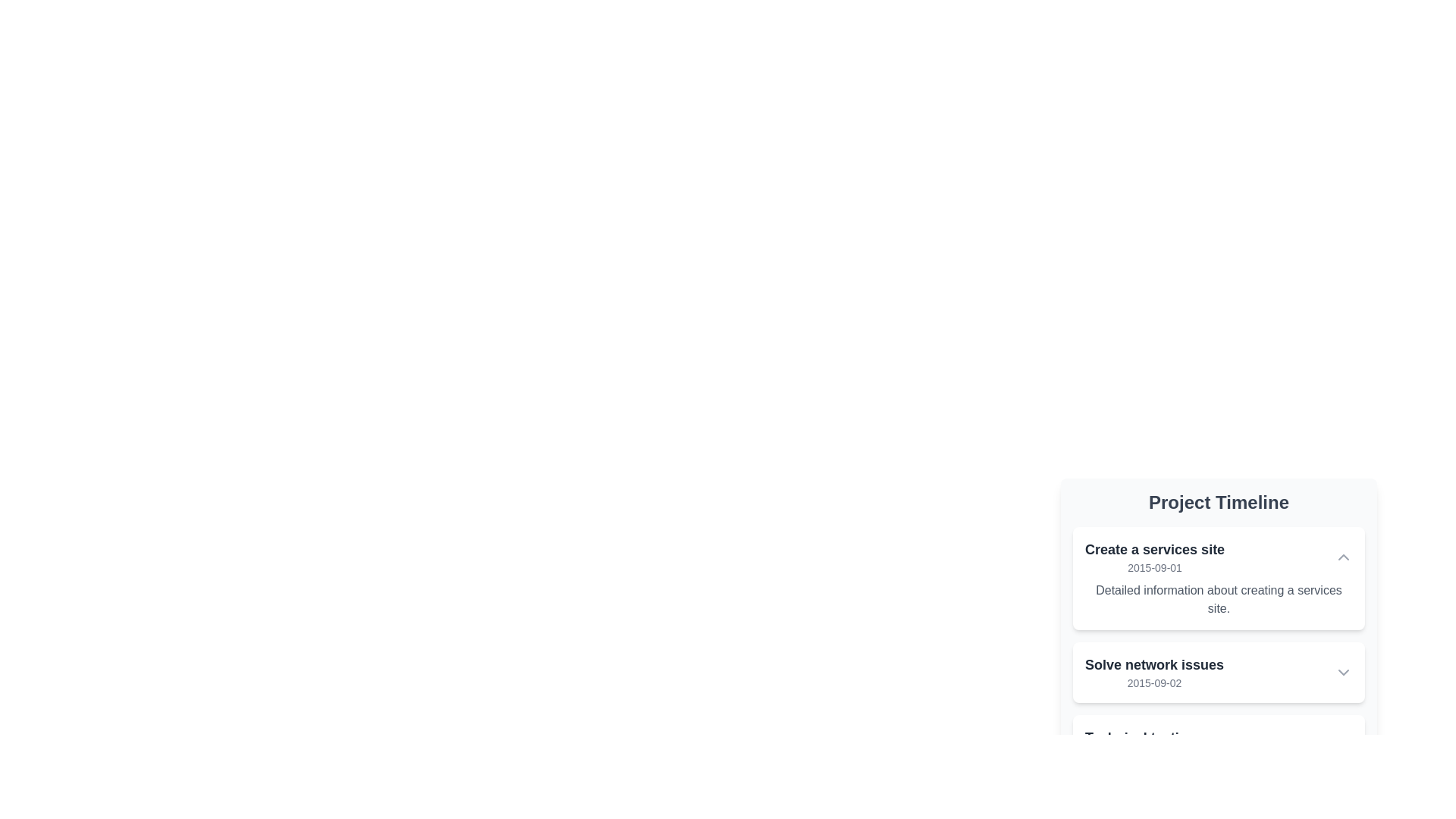 The width and height of the screenshot is (1456, 819). Describe the element at coordinates (1343, 557) in the screenshot. I see `the interactive toggle button located at the top-right corner of the 'Create a services site' card to collapse or expand its section` at that location.